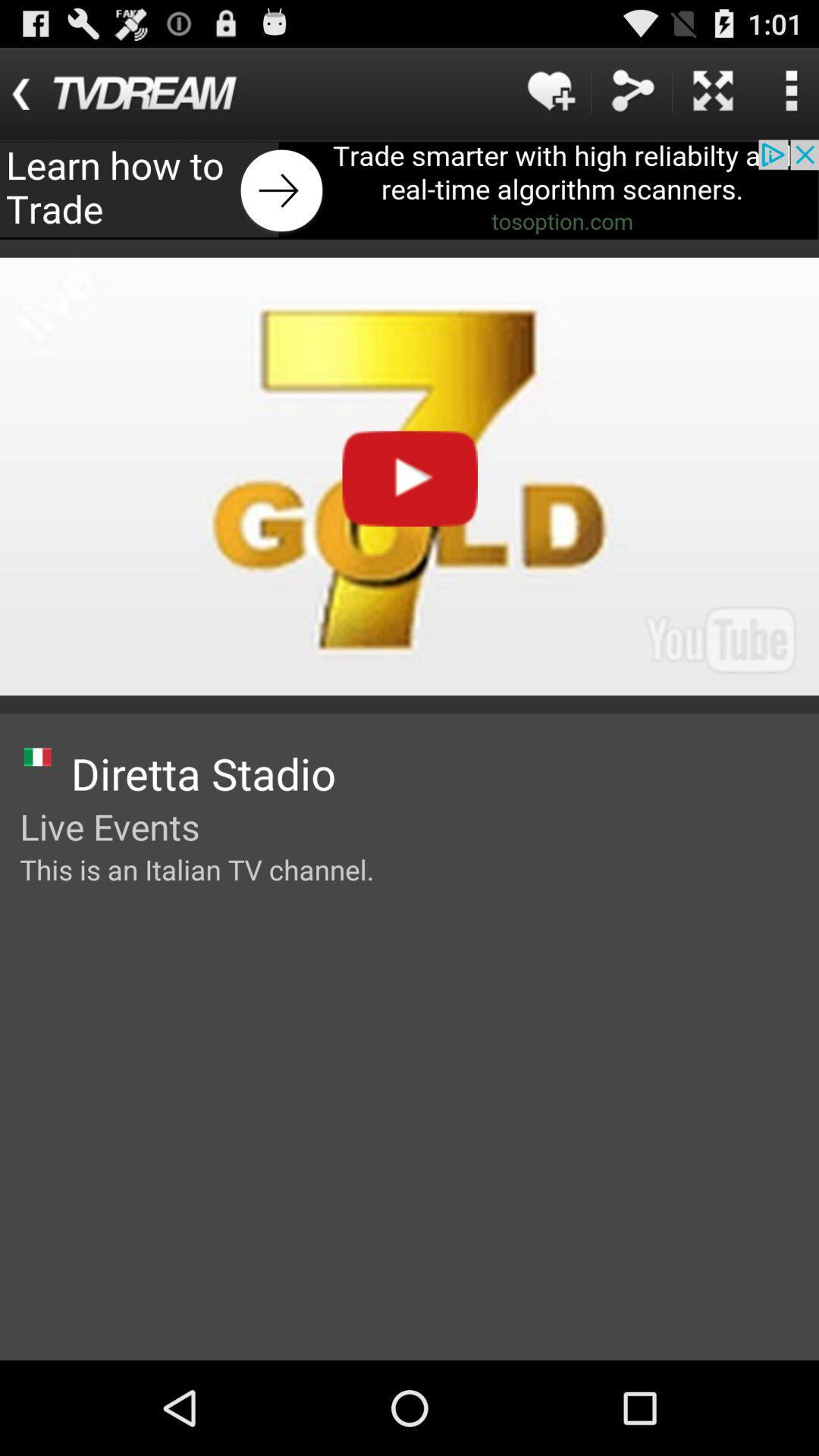 The width and height of the screenshot is (819, 1456). I want to click on advertisement, so click(409, 189).